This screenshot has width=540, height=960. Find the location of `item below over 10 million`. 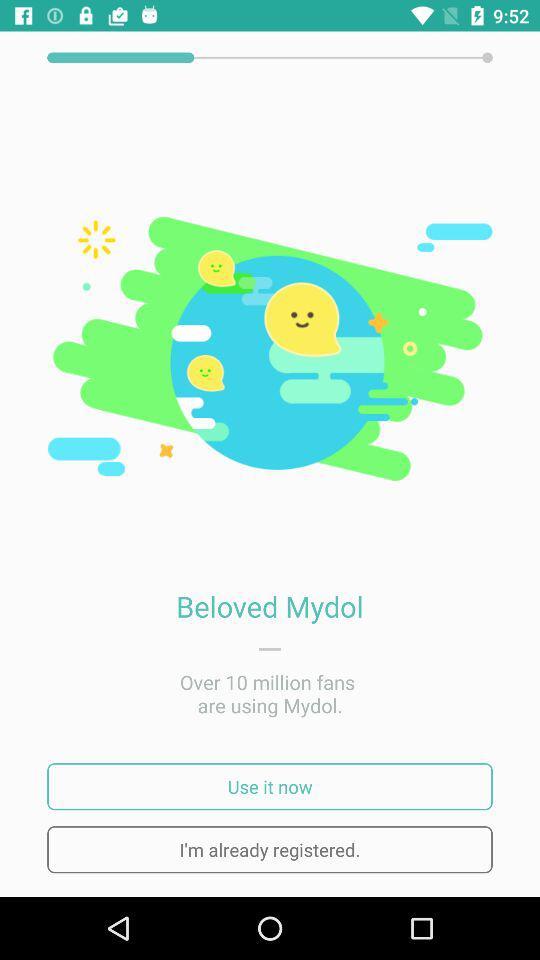

item below over 10 million is located at coordinates (270, 786).